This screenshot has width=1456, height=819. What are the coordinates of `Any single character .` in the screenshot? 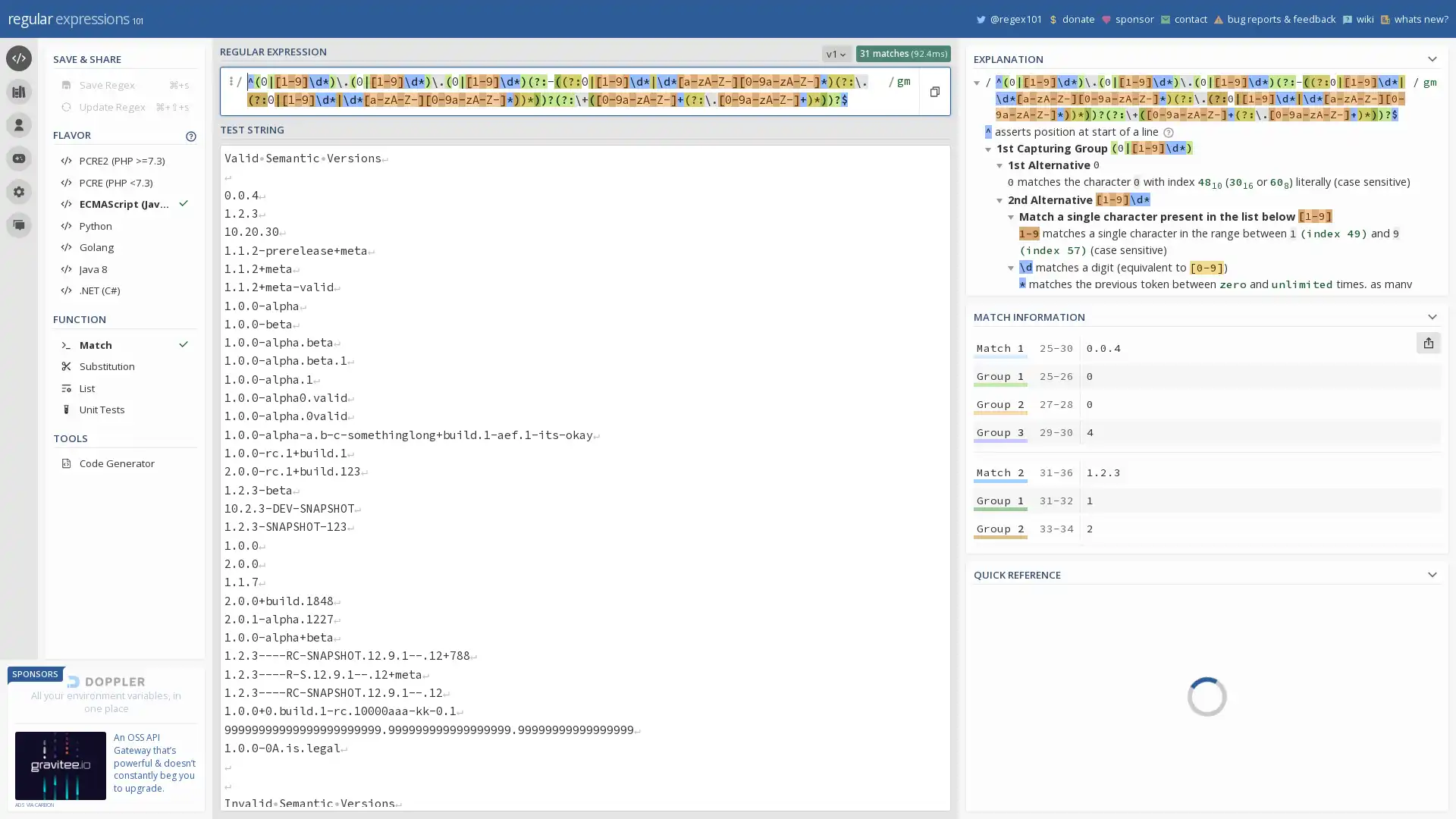 It's located at (1282, 708).